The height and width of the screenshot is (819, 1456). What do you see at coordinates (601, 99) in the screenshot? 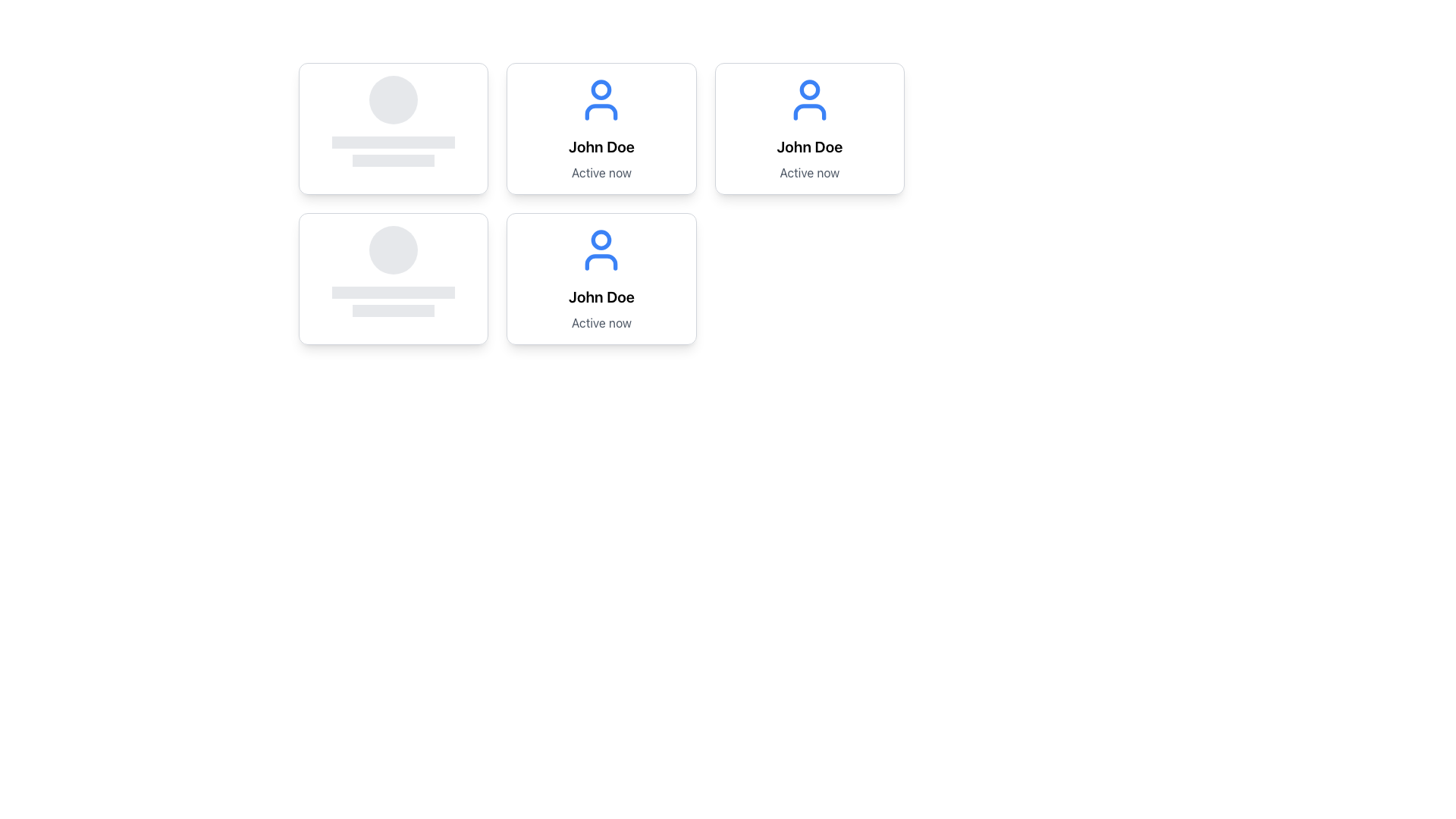
I see `the graphical icon representing the user profile of 'John Doe', located in the upper-right card of a 2-row, 3-column grid layout` at bounding box center [601, 99].